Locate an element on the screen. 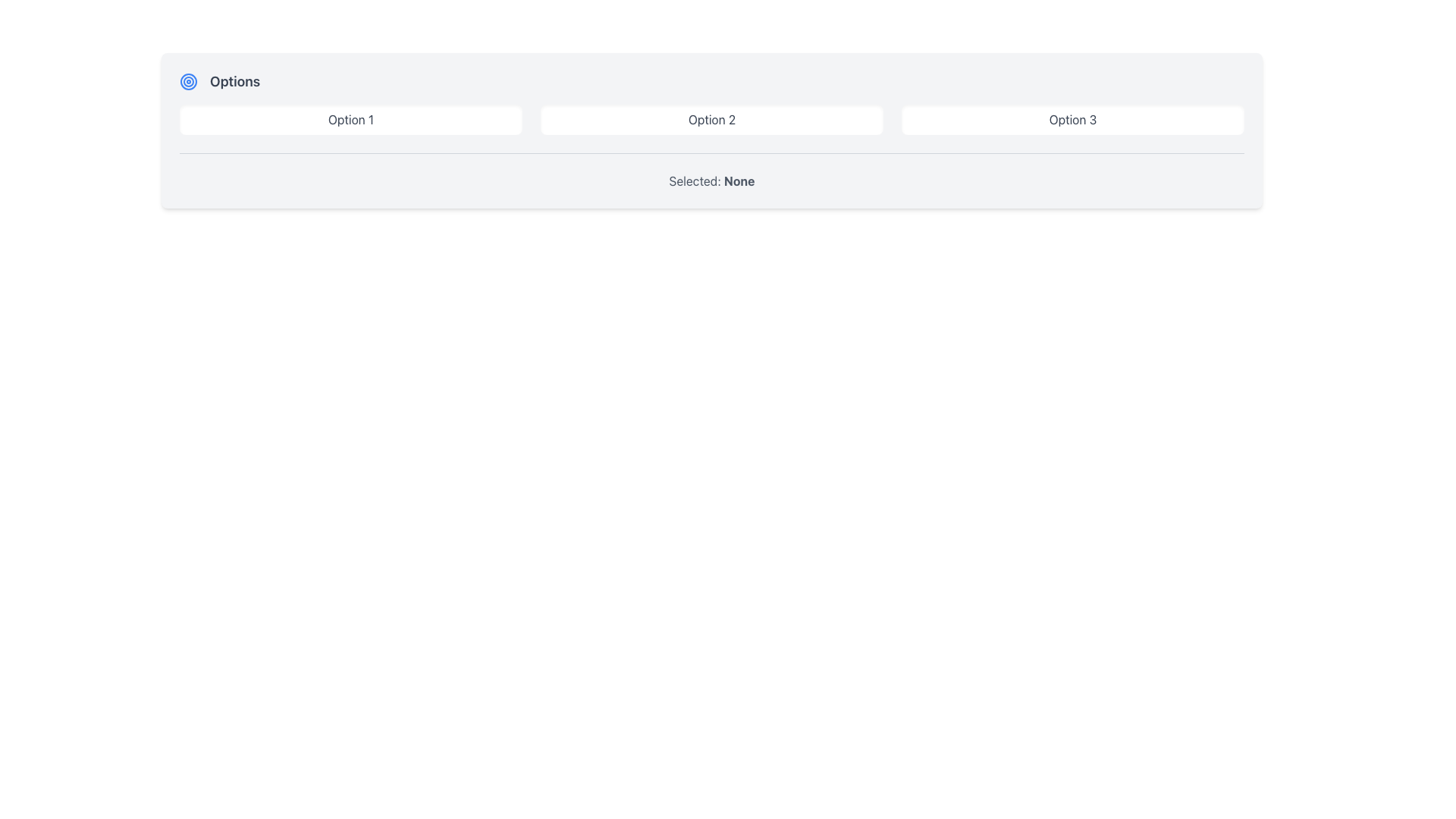 The width and height of the screenshot is (1456, 819). the 'Option 3' button is located at coordinates (1072, 119).